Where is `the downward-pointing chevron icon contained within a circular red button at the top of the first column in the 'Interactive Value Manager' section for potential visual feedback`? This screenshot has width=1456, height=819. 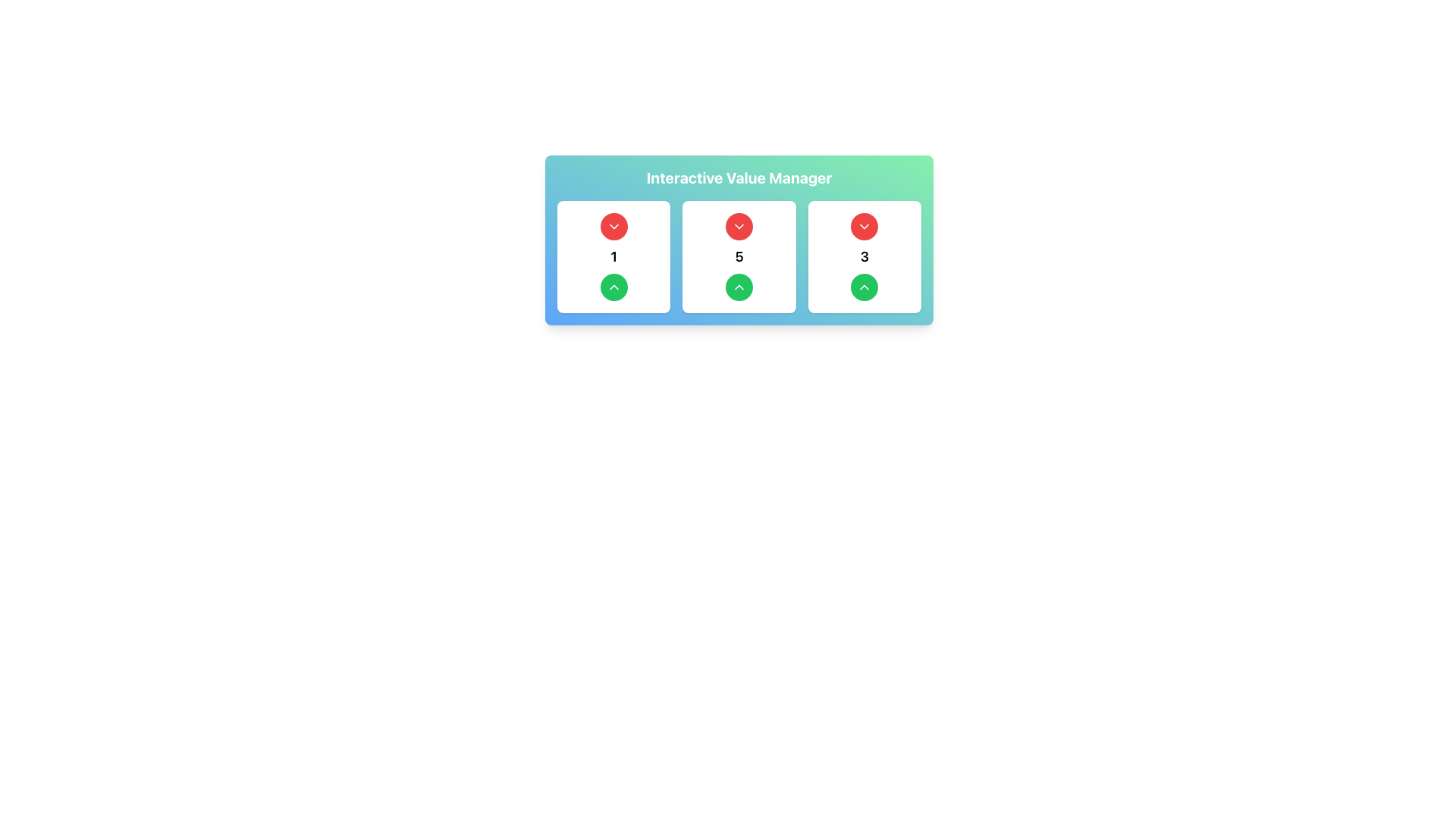 the downward-pointing chevron icon contained within a circular red button at the top of the first column in the 'Interactive Value Manager' section for potential visual feedback is located at coordinates (613, 227).